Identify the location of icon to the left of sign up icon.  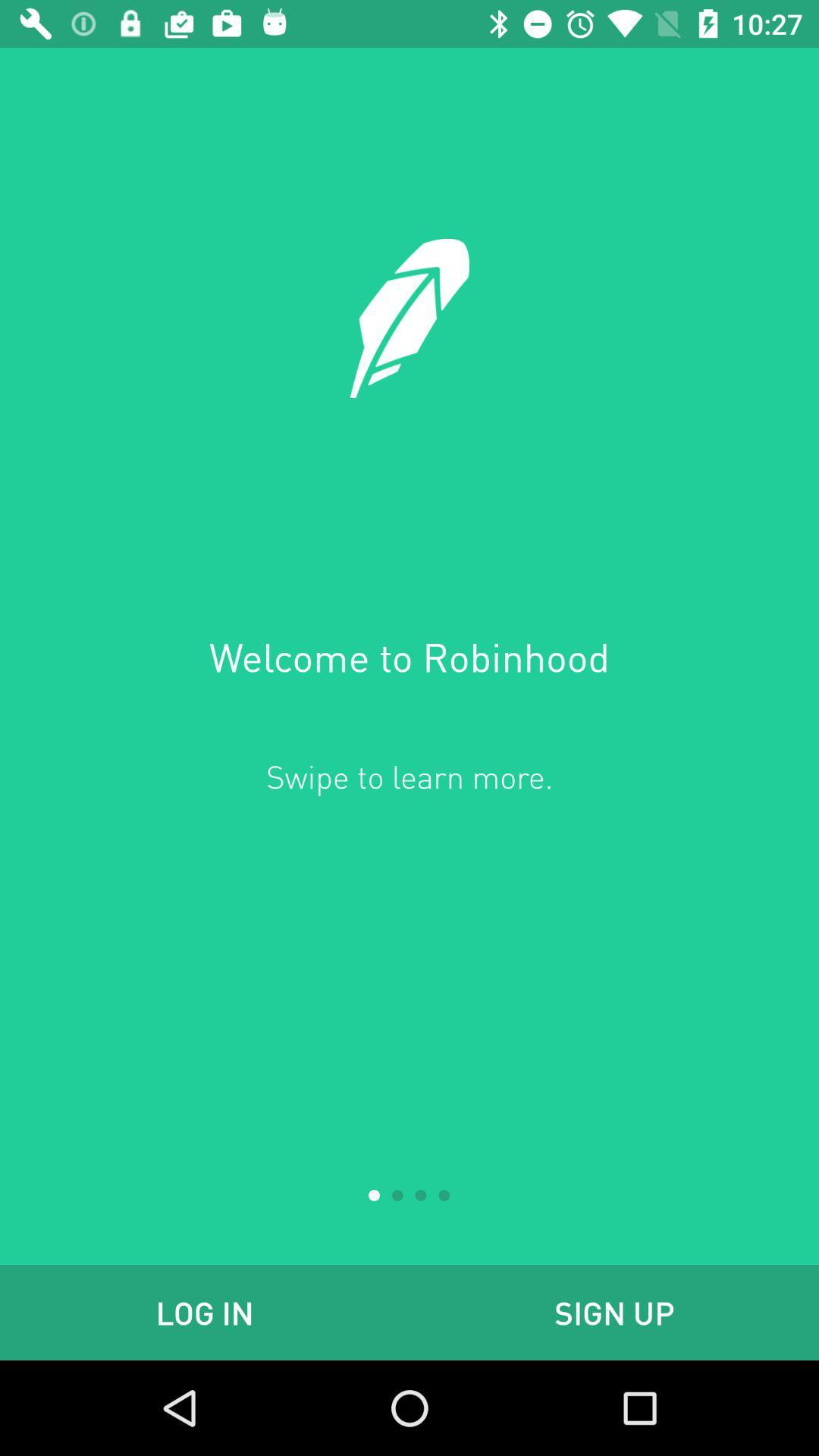
(205, 1312).